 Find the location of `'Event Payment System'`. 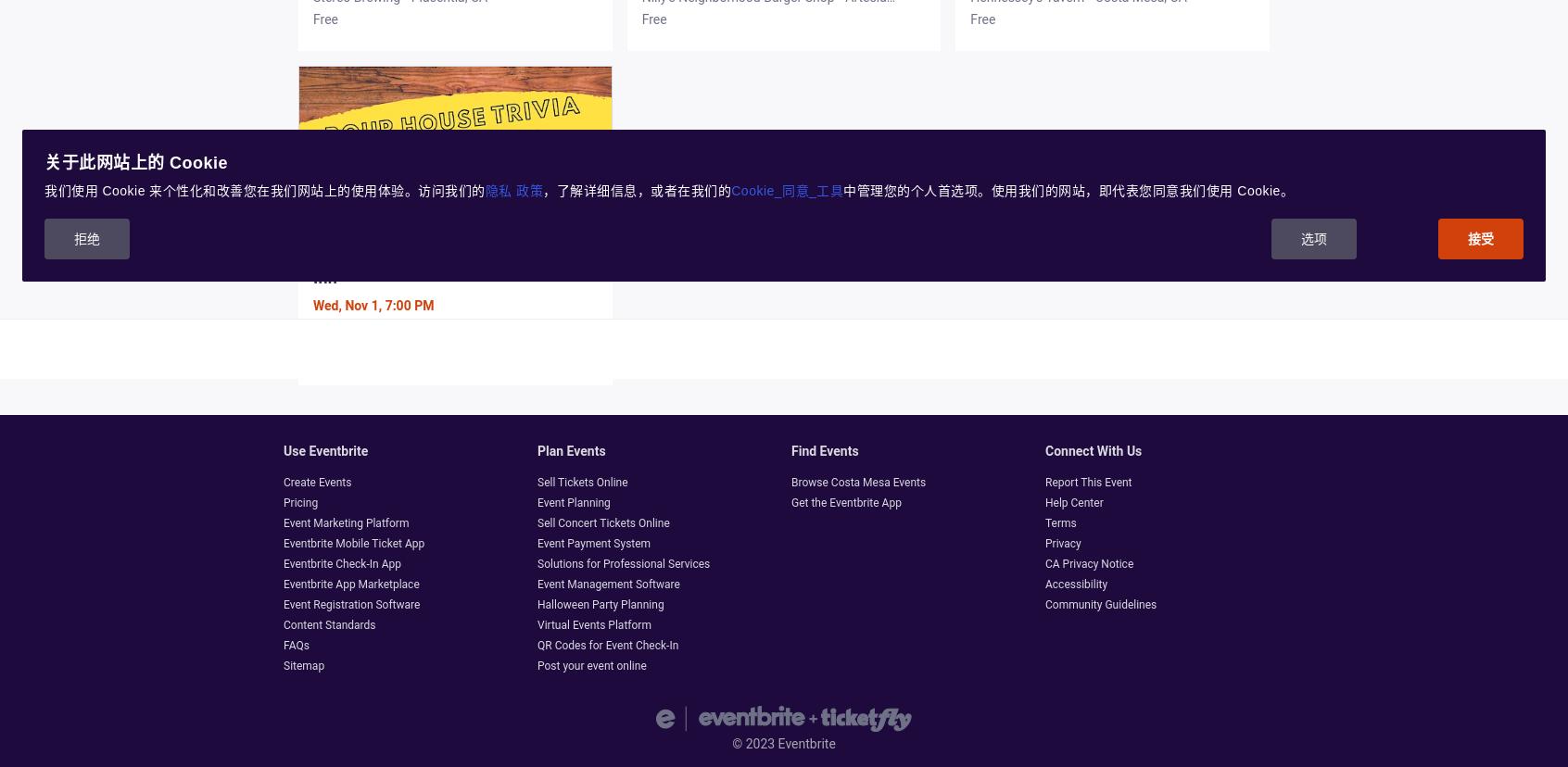

'Event Payment System' is located at coordinates (593, 543).